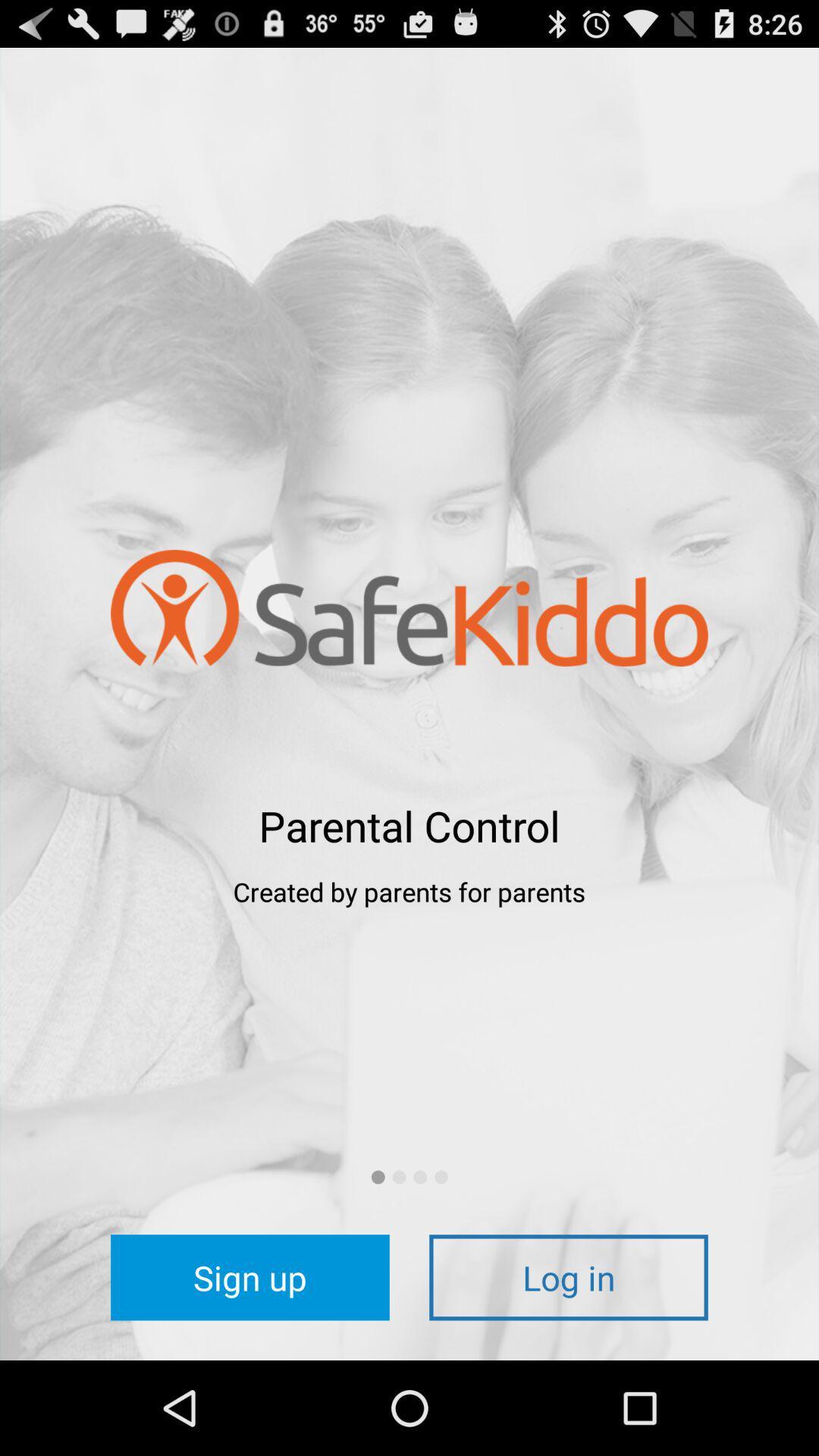 This screenshot has height=1456, width=819. Describe the element at coordinates (568, 1276) in the screenshot. I see `the item at the bottom right corner` at that location.